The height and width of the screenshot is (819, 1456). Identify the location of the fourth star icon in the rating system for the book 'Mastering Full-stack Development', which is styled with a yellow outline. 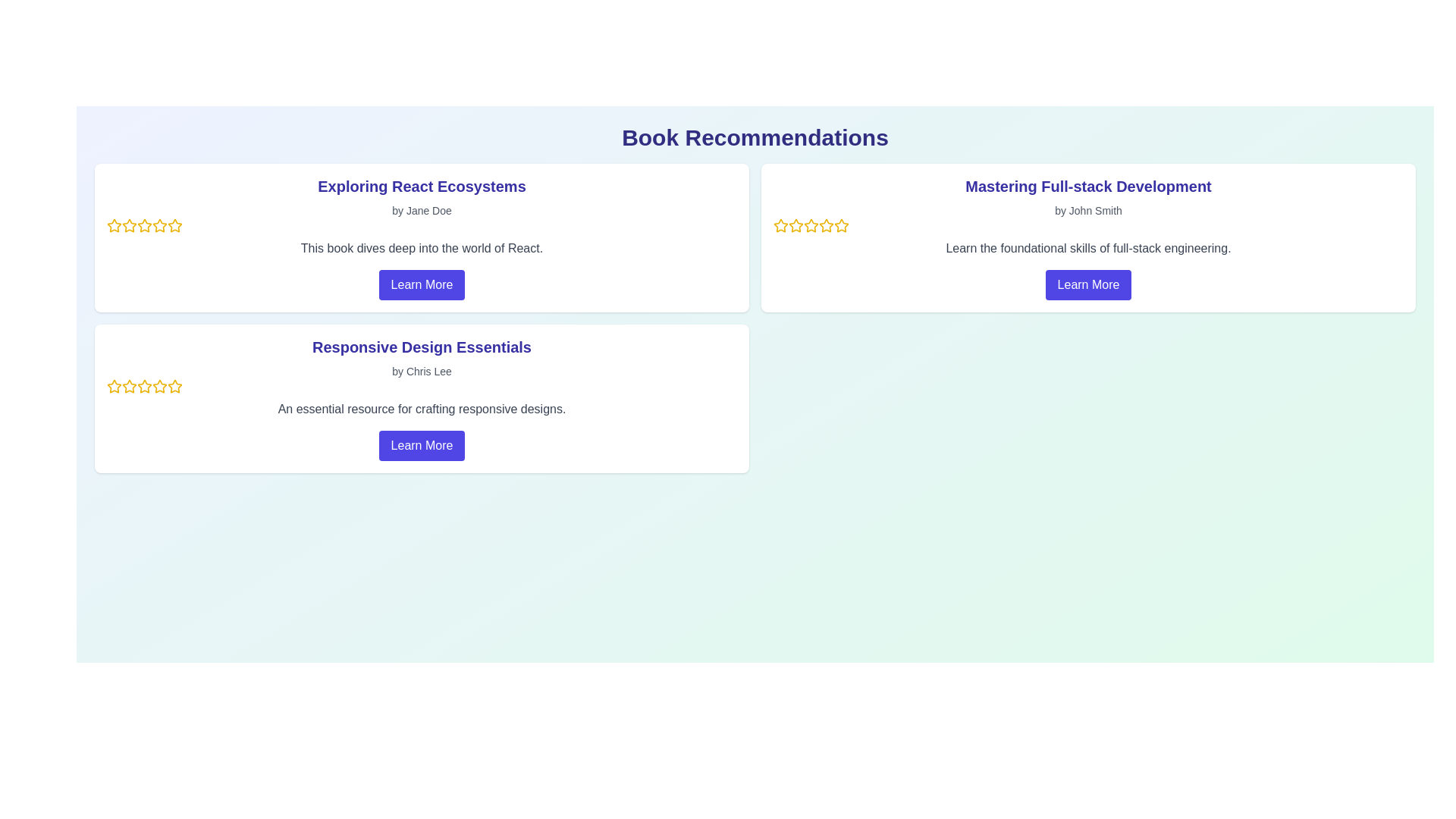
(811, 225).